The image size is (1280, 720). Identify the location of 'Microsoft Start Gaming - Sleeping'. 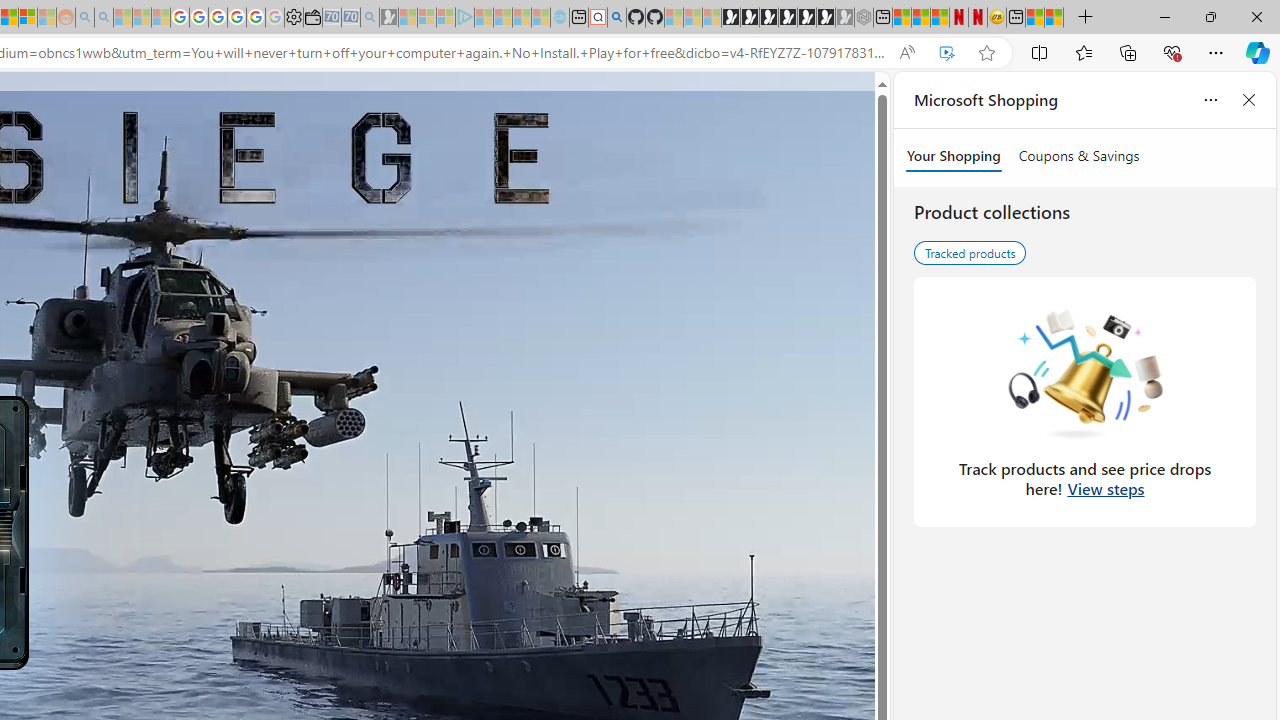
(389, 17).